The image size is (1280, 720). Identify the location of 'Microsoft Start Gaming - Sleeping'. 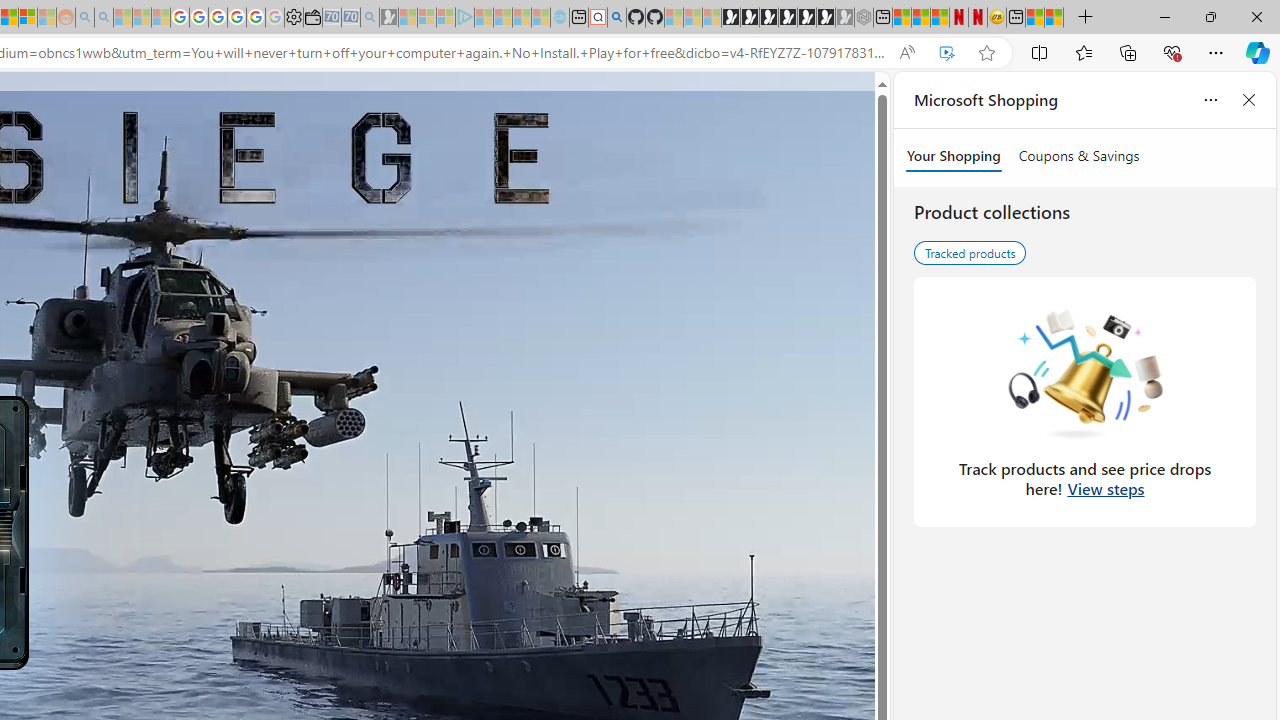
(389, 17).